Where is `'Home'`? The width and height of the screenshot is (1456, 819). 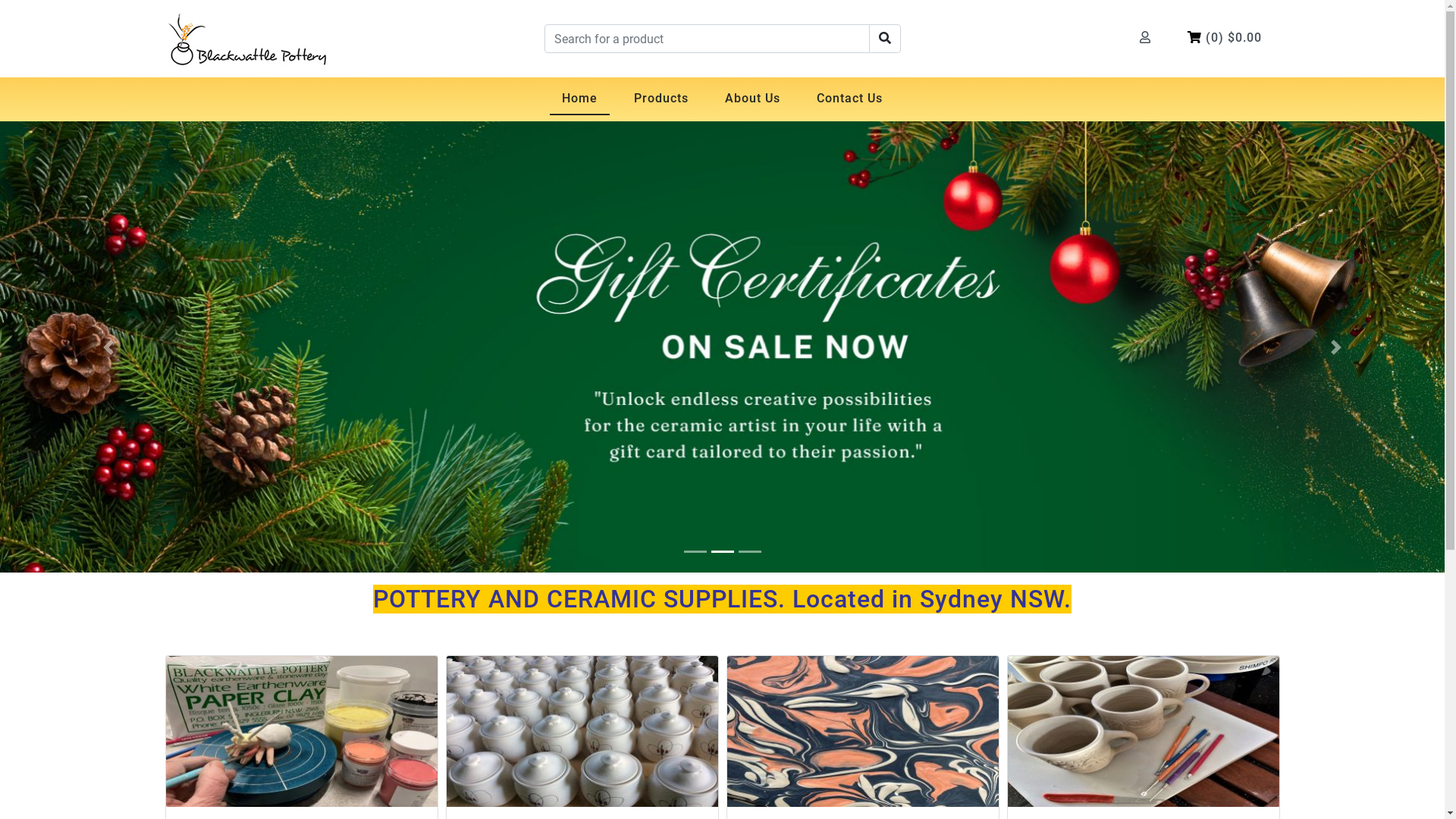
'Home' is located at coordinates (579, 99).